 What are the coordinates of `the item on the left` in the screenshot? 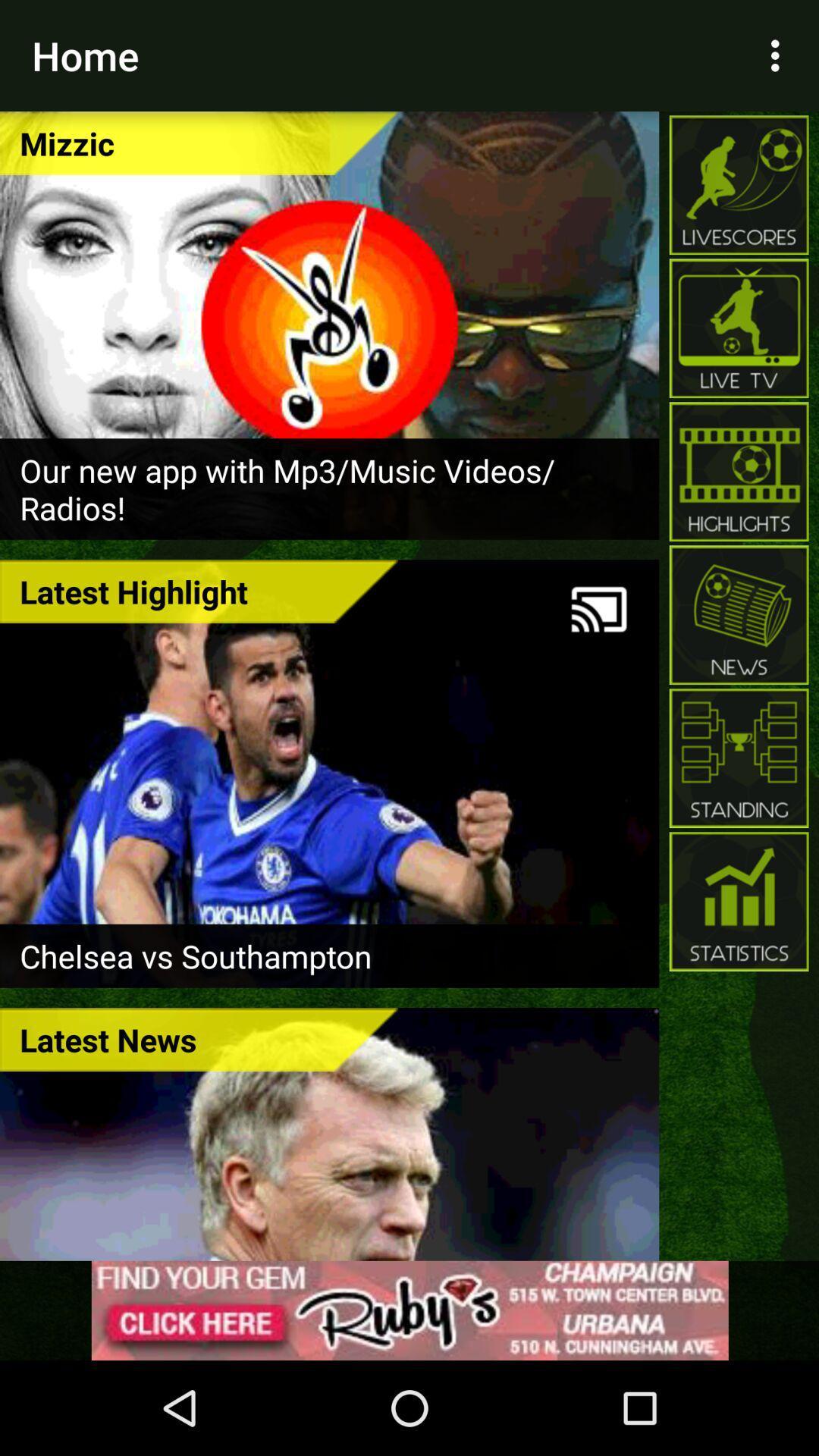 It's located at (198, 590).